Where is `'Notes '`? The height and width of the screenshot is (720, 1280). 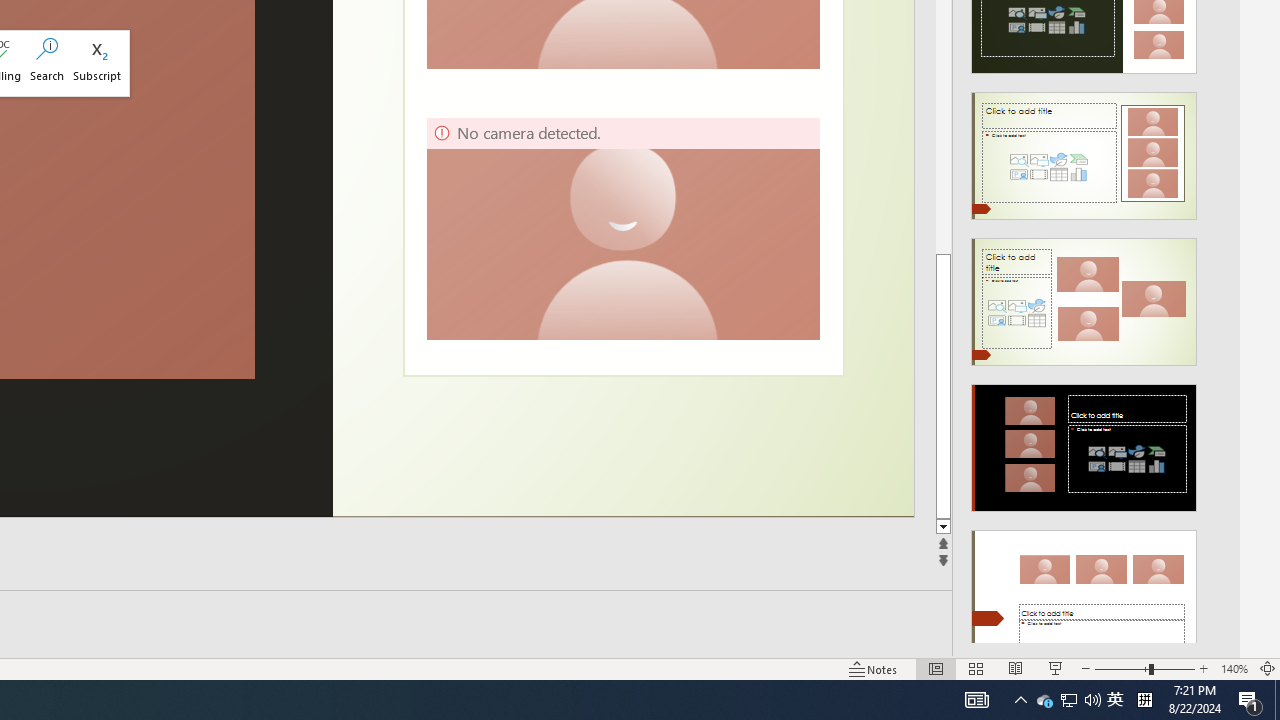
'Notes ' is located at coordinates (874, 669).